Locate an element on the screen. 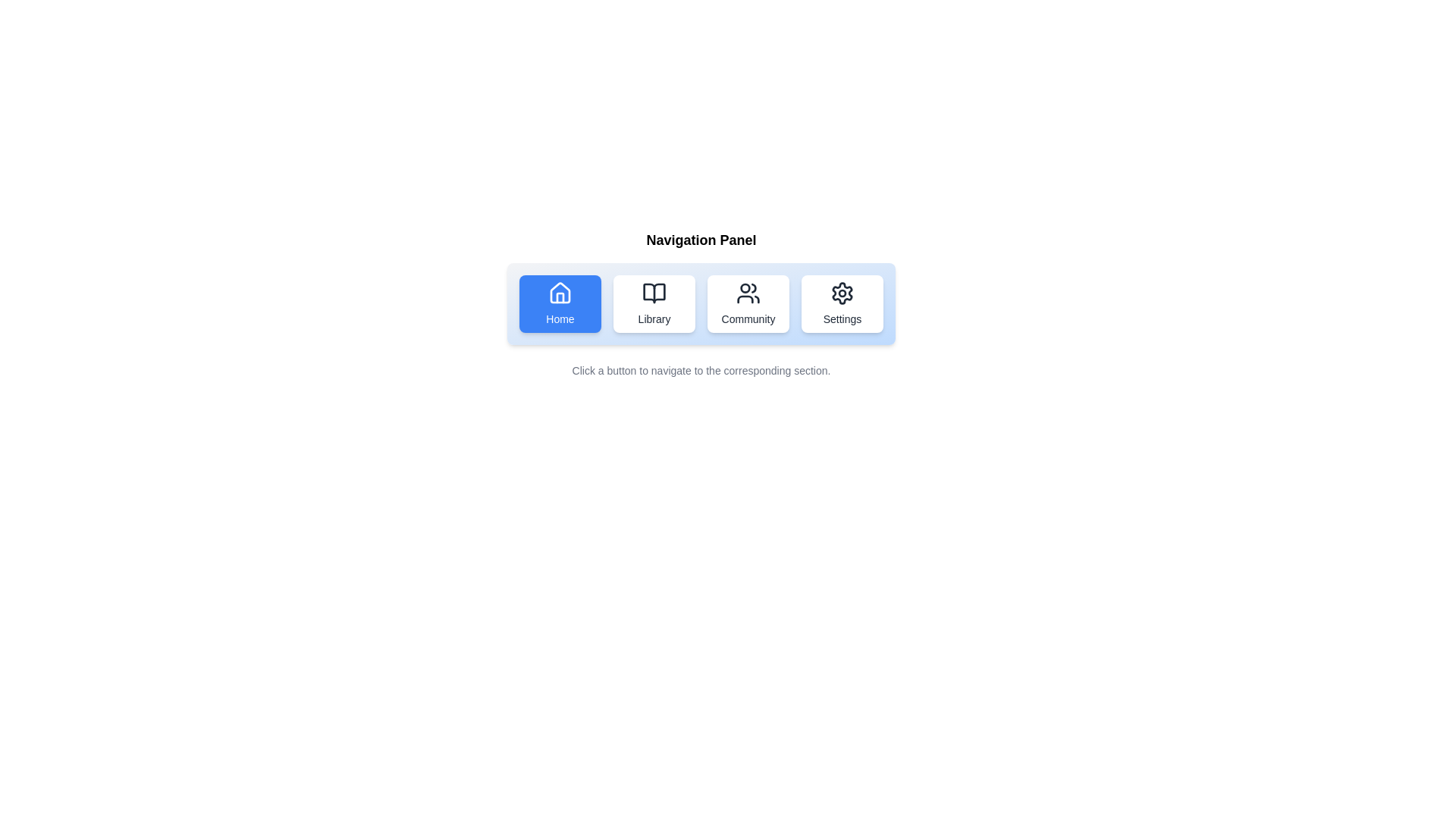 The height and width of the screenshot is (819, 1456). the circular gear icon button labeled 'Settings' to change its appearance is located at coordinates (841, 304).